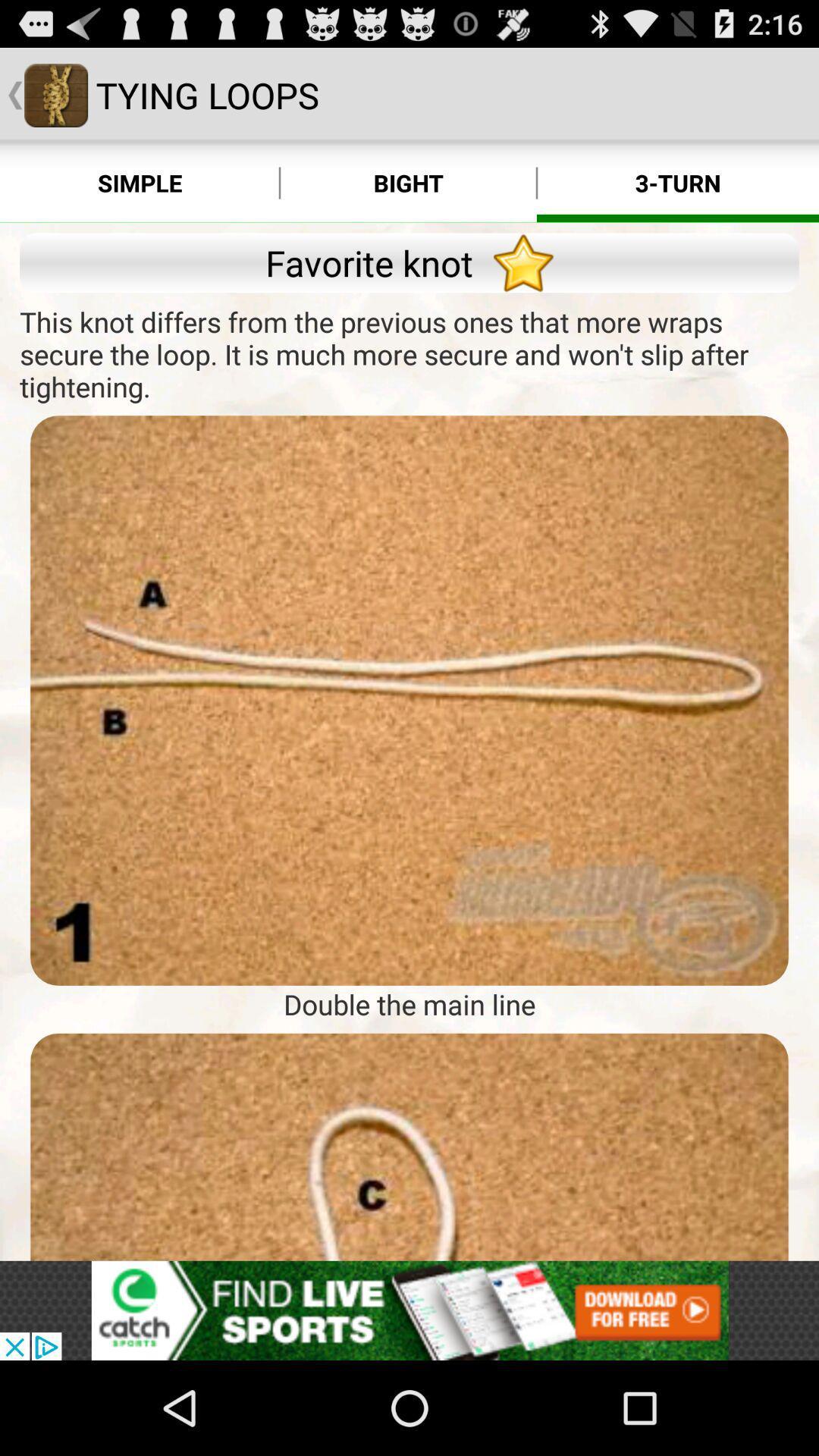  What do you see at coordinates (409, 1147) in the screenshot?
I see `tag the double the main line` at bounding box center [409, 1147].